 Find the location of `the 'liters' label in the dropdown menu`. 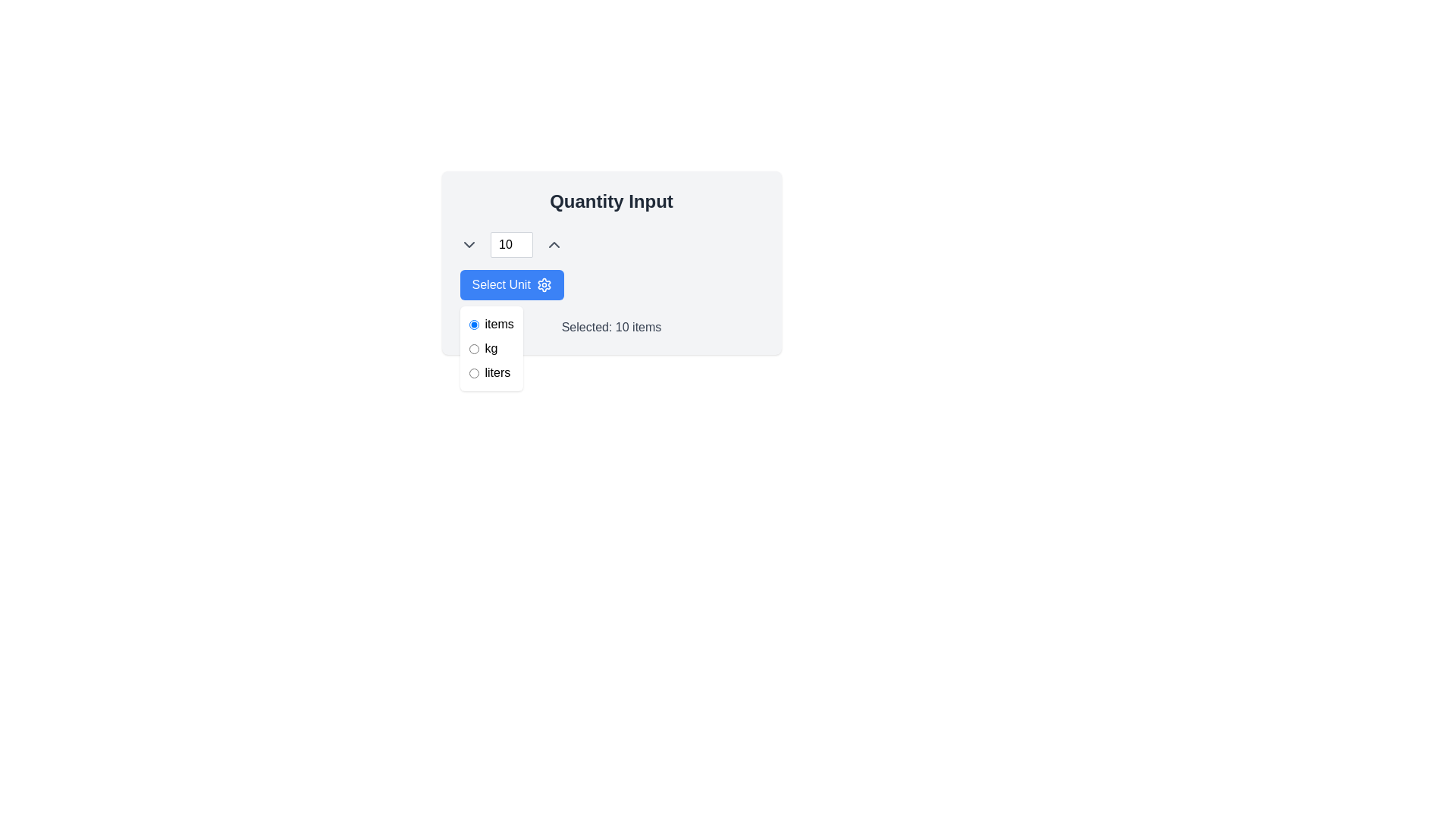

the 'liters' label in the dropdown menu is located at coordinates (497, 373).